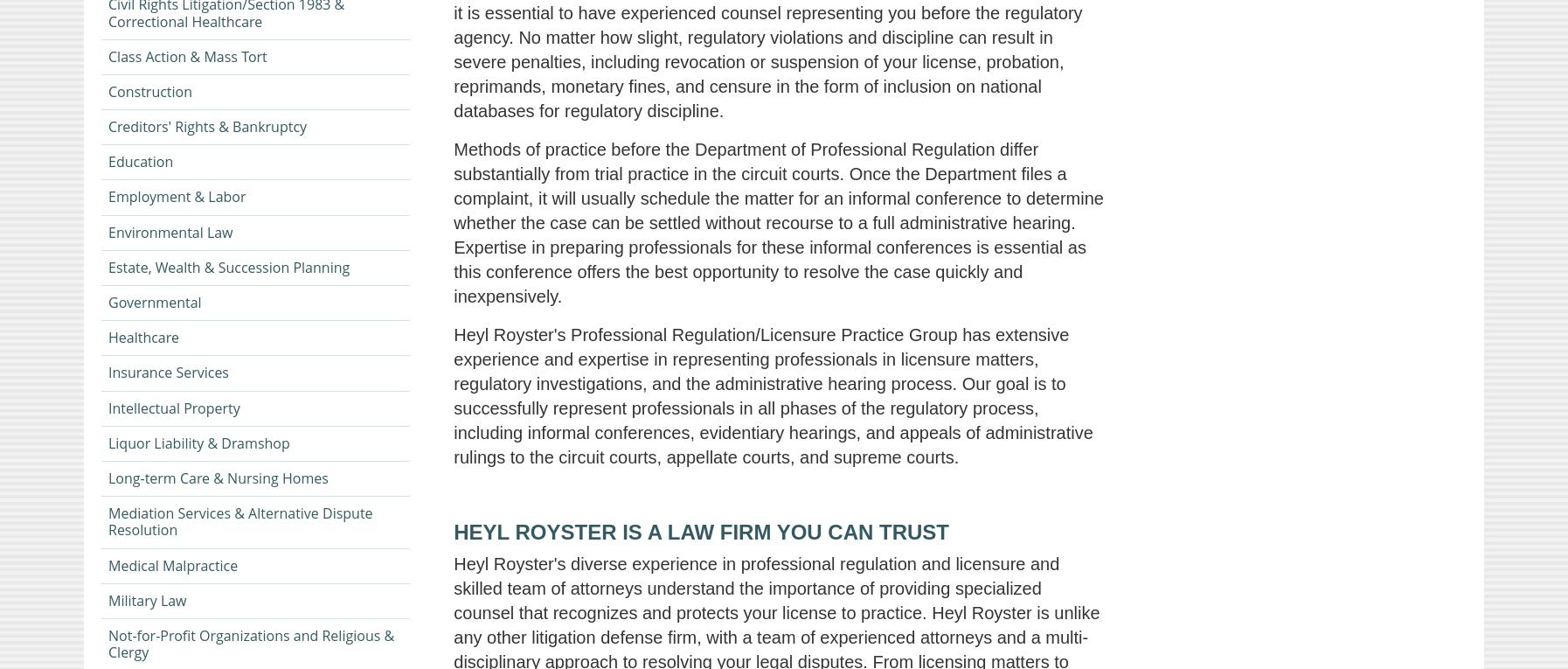  I want to click on 'Governmental', so click(154, 302).